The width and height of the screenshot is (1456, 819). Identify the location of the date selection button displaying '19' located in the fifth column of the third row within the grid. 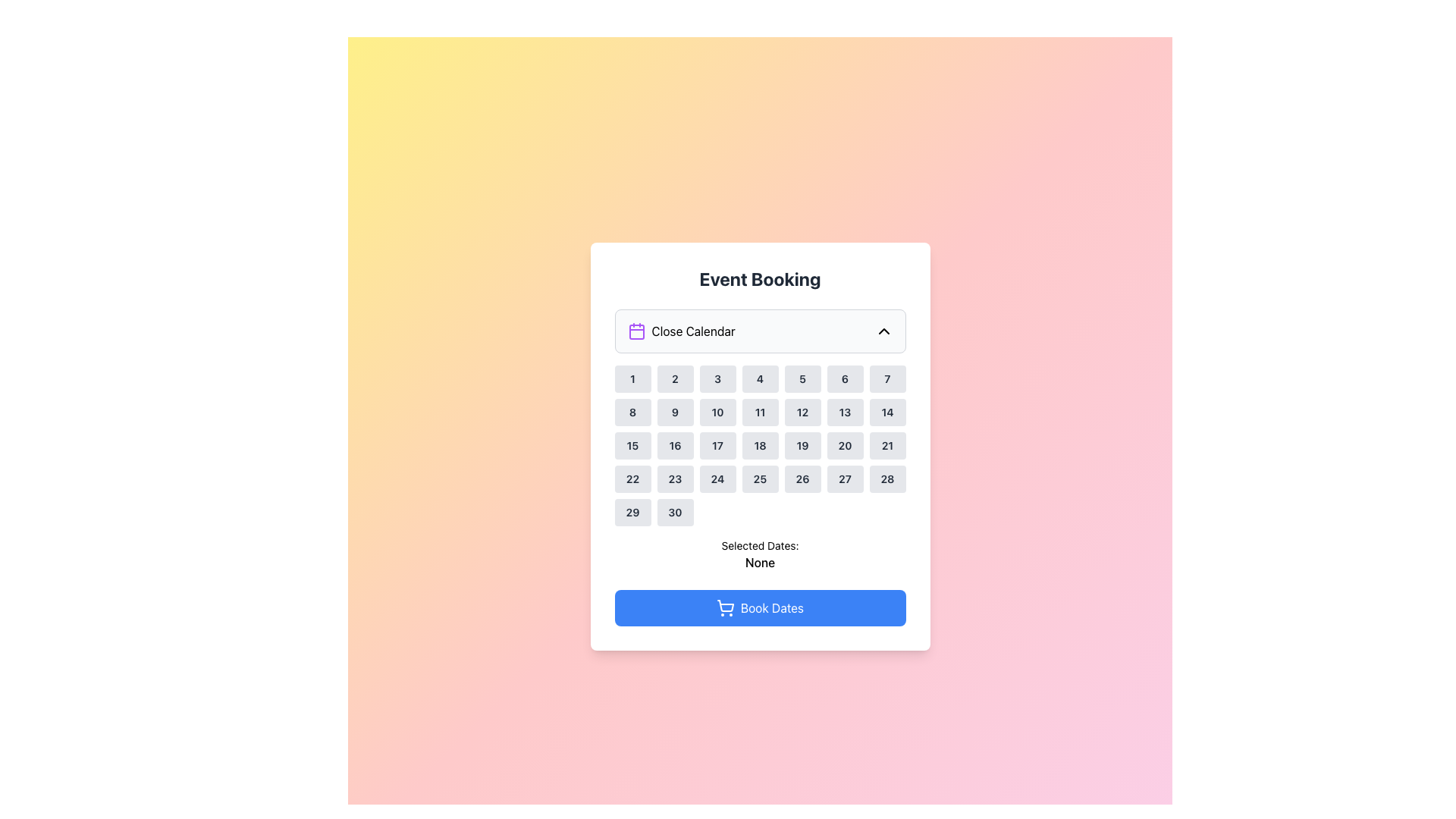
(802, 444).